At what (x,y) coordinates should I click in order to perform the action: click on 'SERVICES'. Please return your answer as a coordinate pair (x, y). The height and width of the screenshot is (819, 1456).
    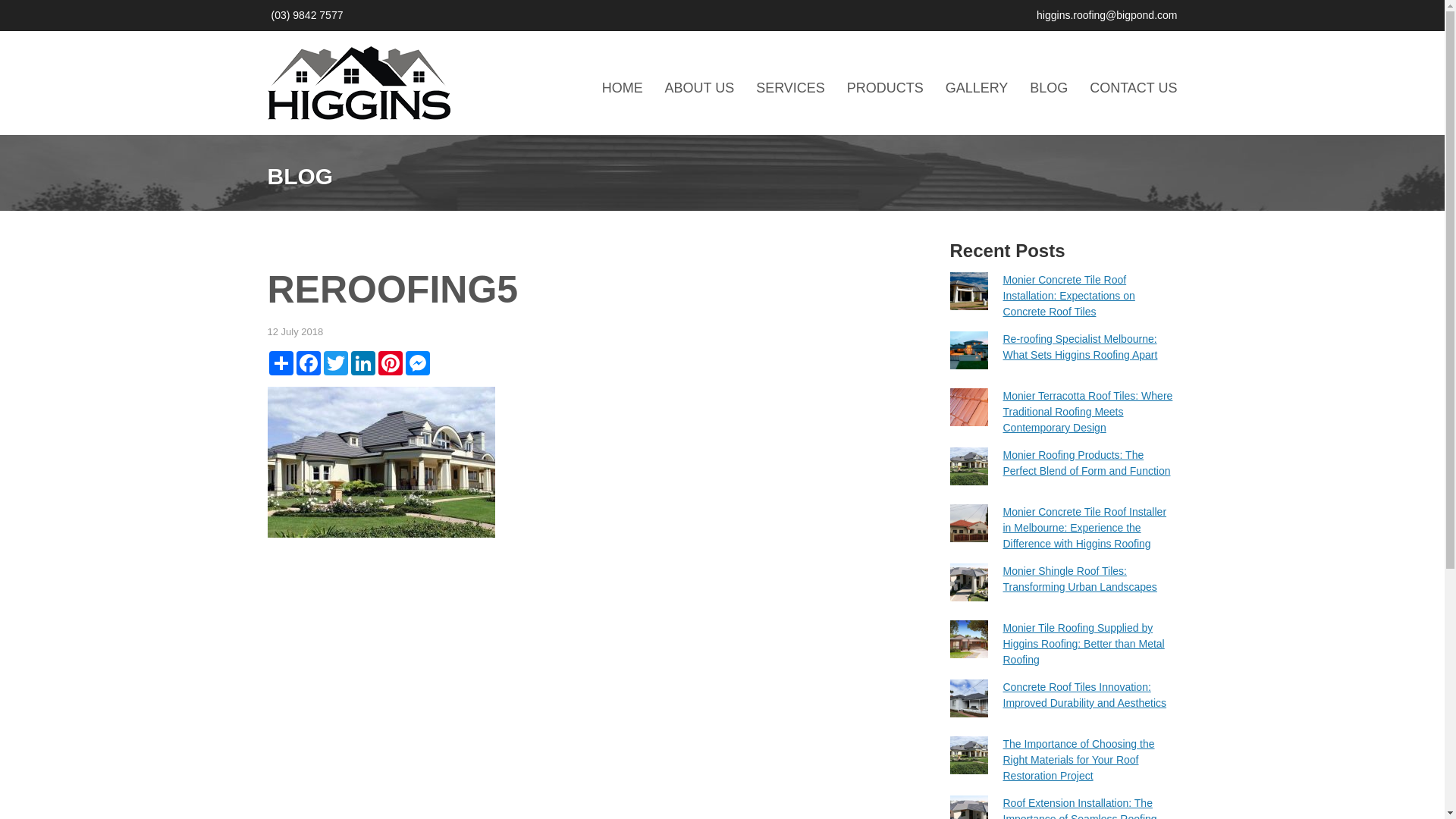
    Looking at the image, I should click on (789, 87).